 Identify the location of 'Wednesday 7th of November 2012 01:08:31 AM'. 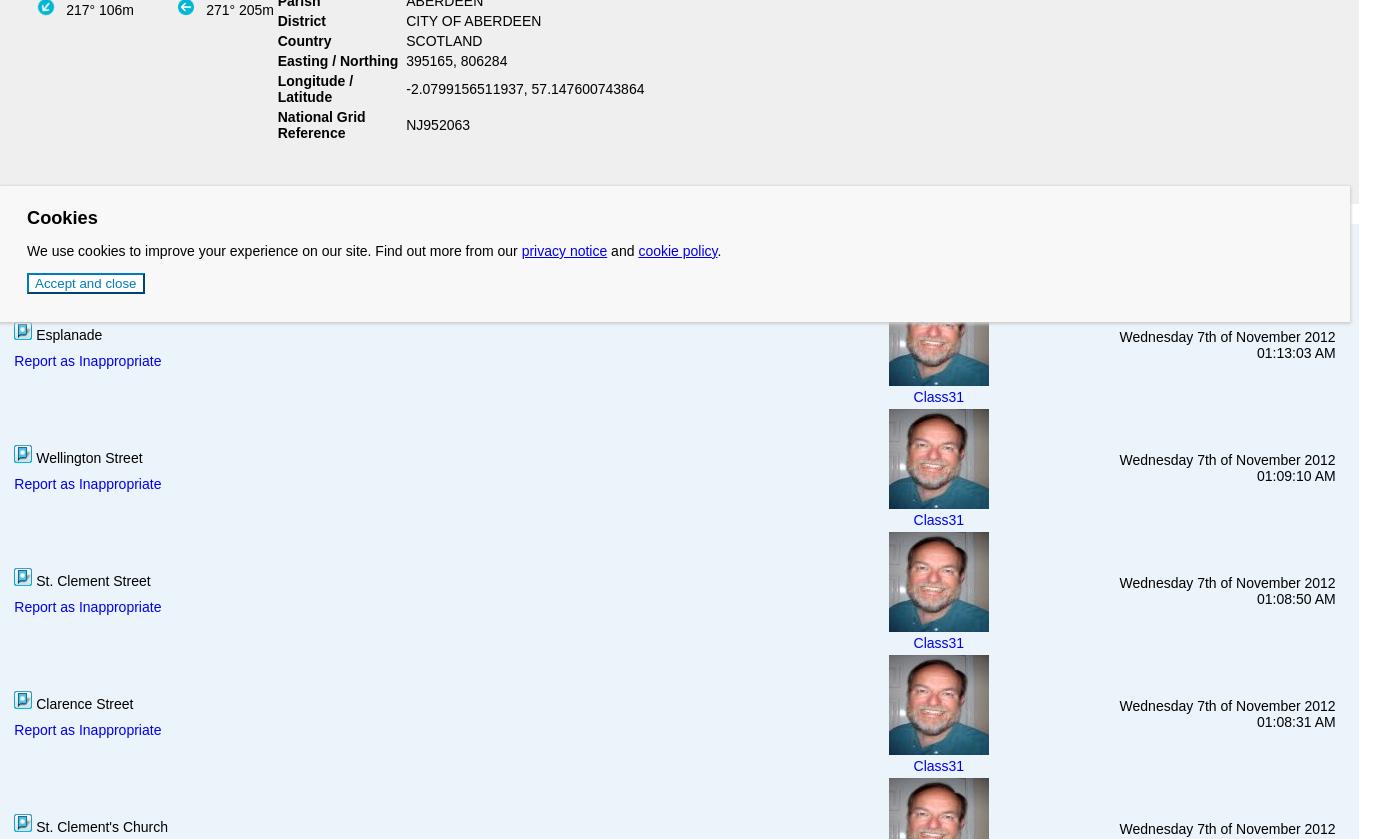
(1226, 712).